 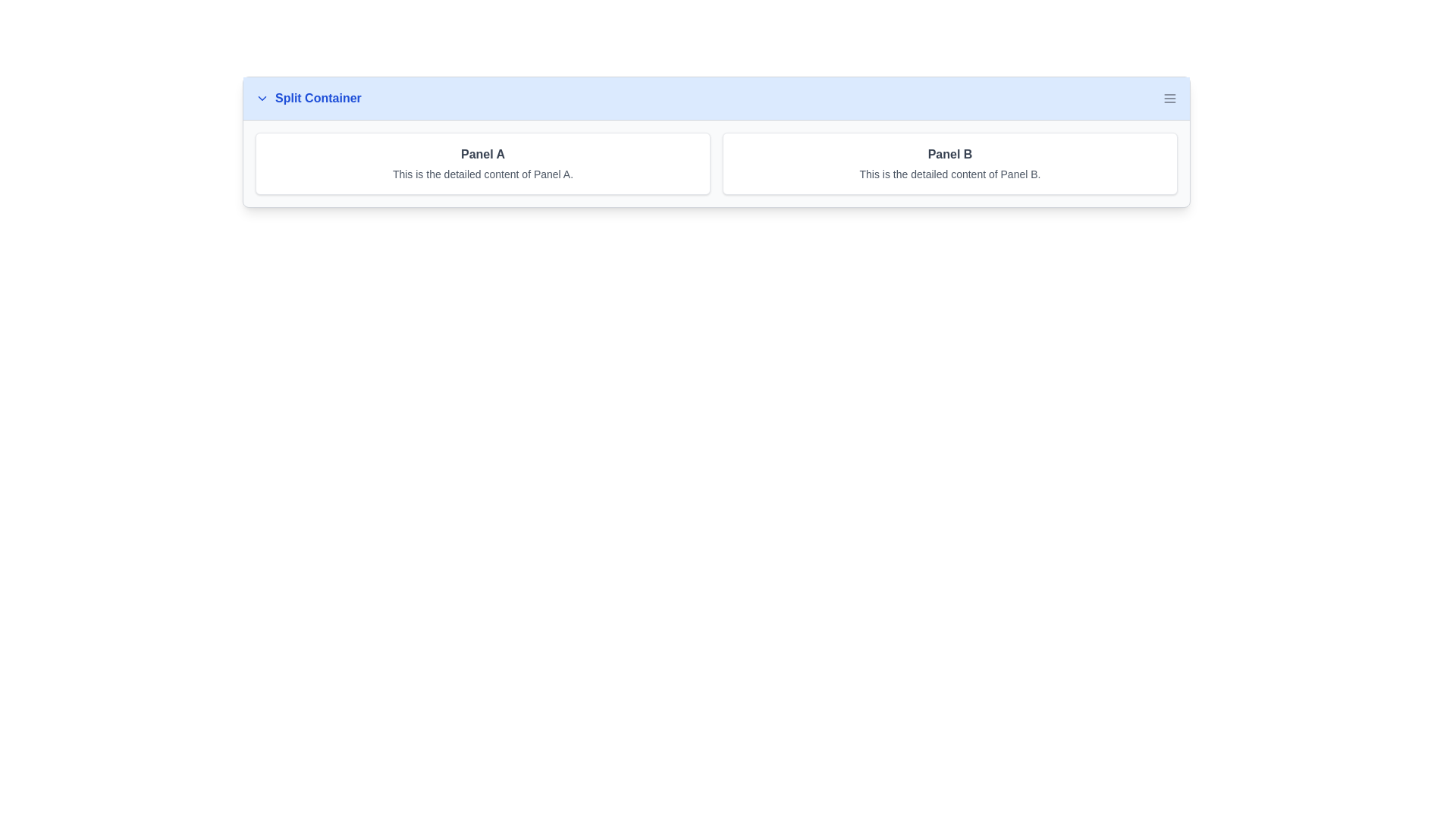 What do you see at coordinates (307, 99) in the screenshot?
I see `the toggle button-like interactive text located in the top-left corner of the highlighted header area` at bounding box center [307, 99].